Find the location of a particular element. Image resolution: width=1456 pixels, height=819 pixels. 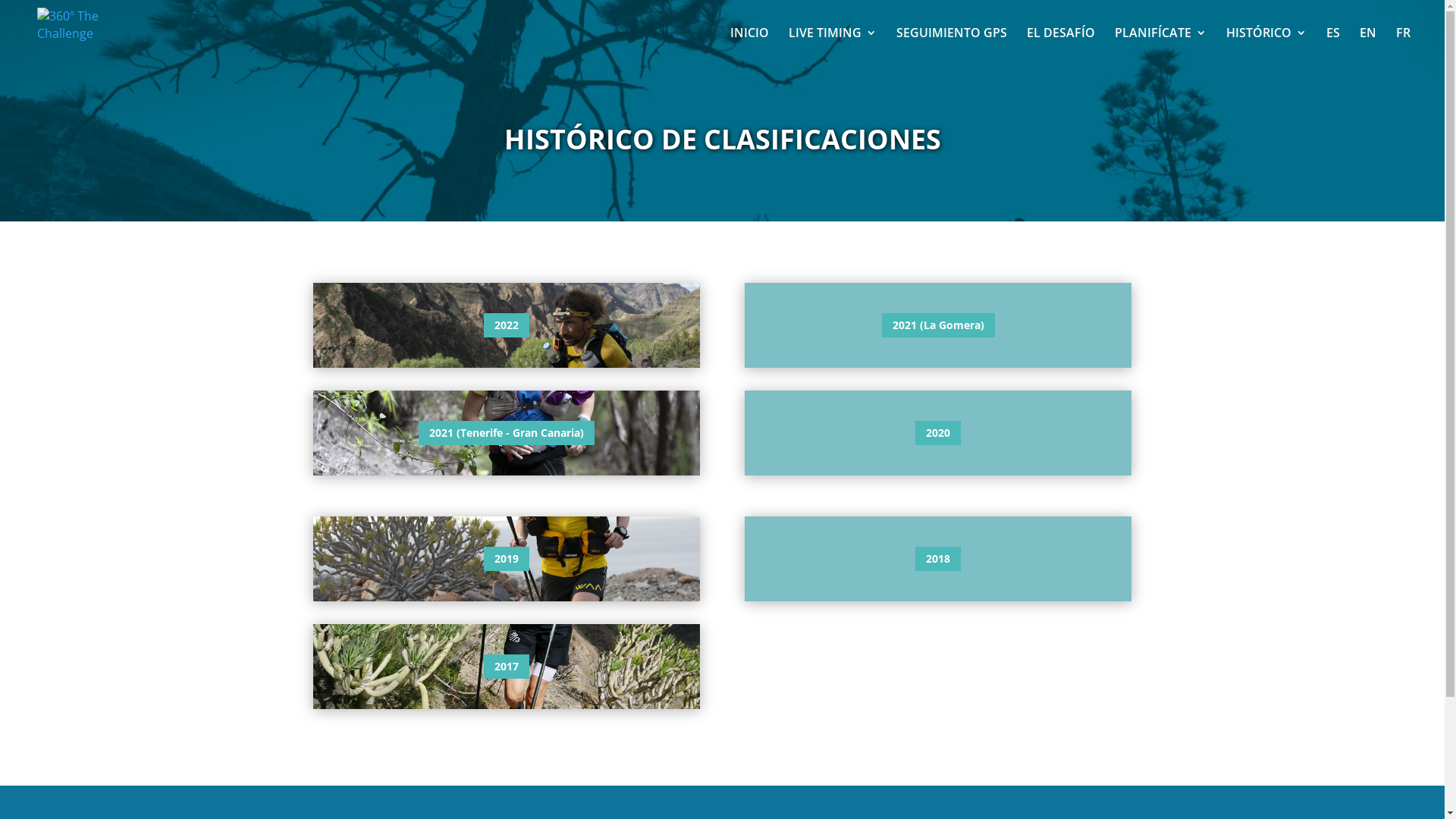

'2022' is located at coordinates (506, 324).